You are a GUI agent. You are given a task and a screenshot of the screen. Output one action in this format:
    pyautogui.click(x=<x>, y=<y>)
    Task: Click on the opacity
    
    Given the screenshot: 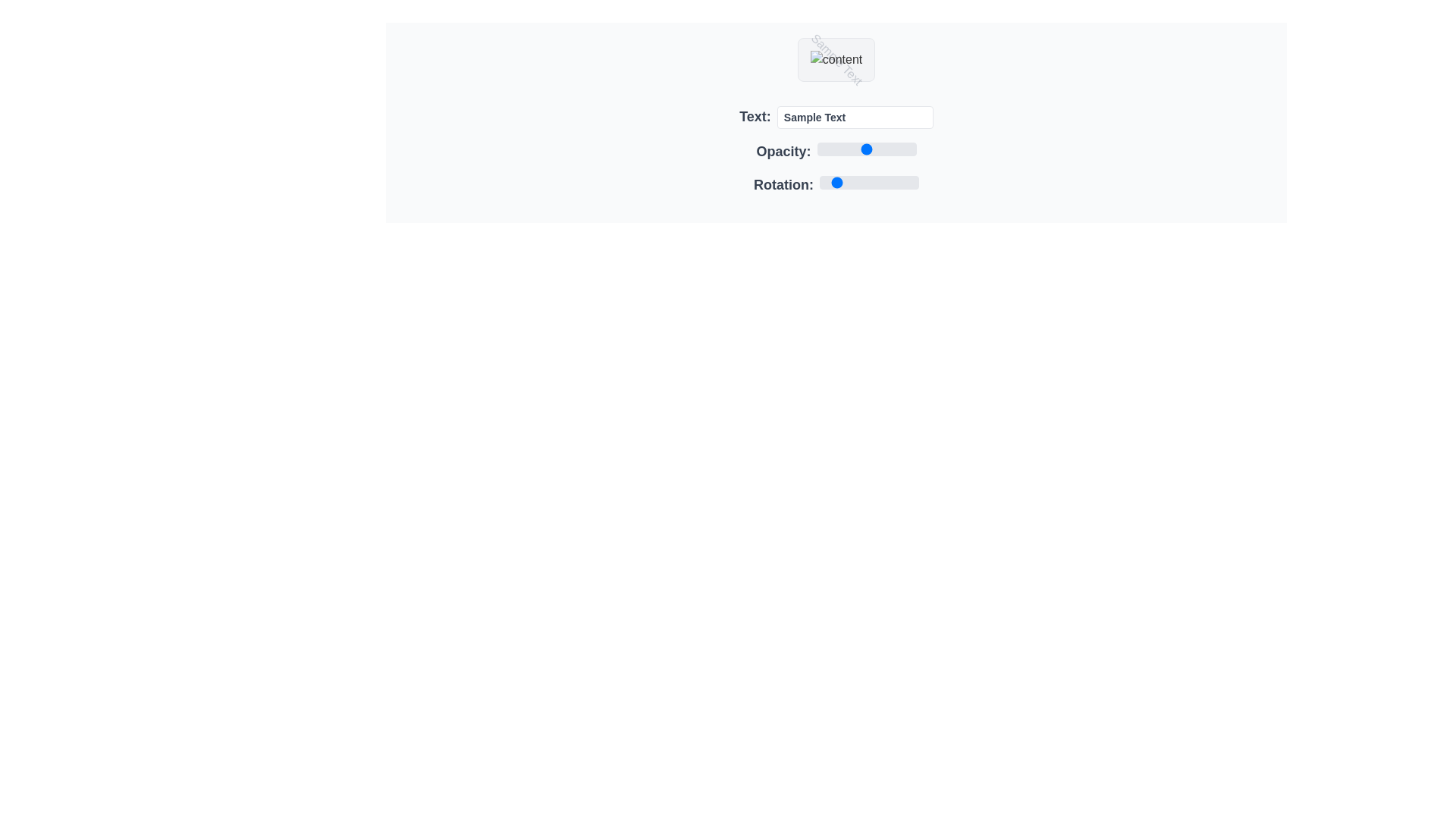 What is the action you would take?
    pyautogui.click(x=816, y=149)
    